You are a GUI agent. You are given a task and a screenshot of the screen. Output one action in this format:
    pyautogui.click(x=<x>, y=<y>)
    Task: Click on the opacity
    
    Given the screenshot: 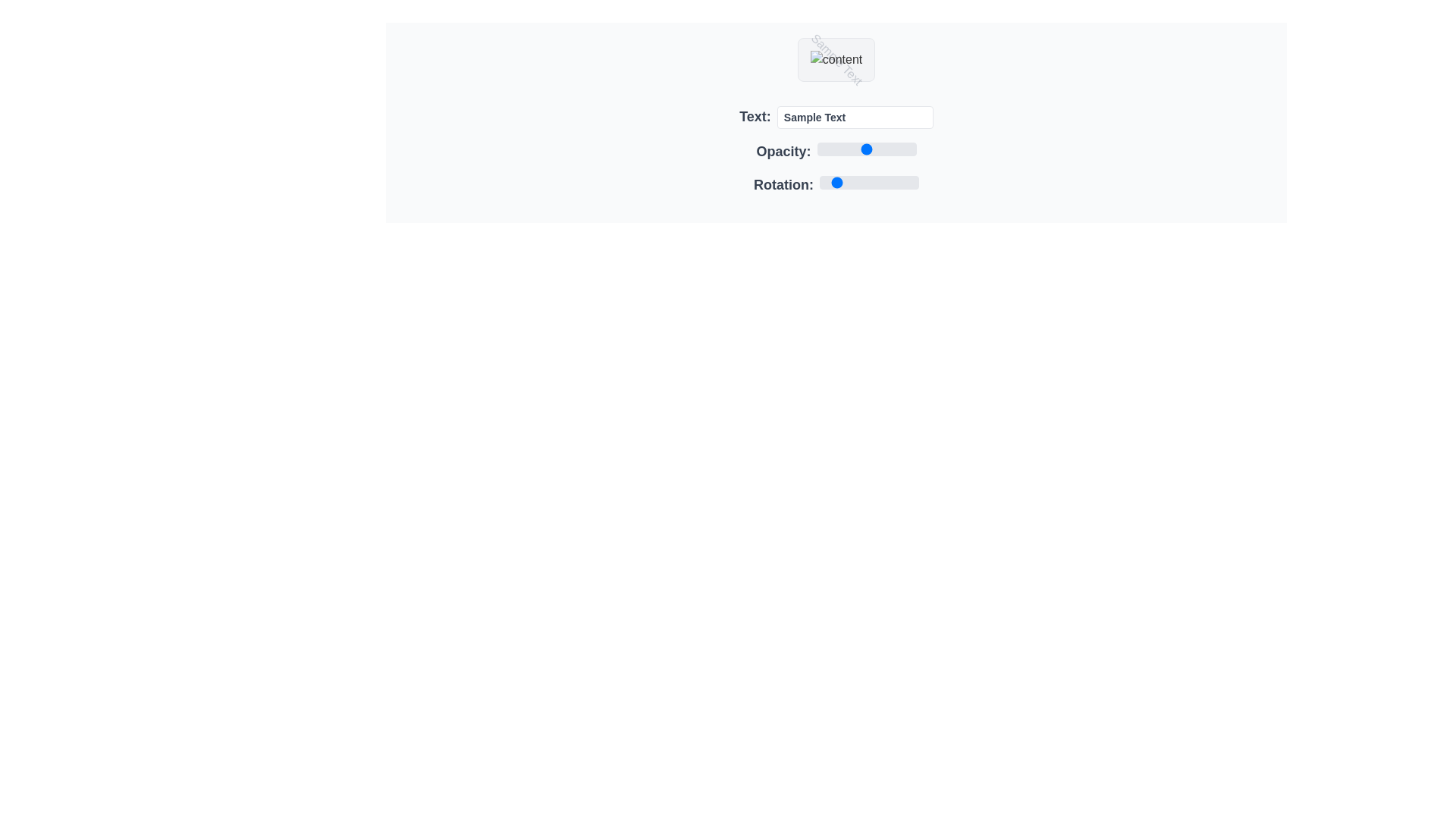 What is the action you would take?
    pyautogui.click(x=816, y=149)
    